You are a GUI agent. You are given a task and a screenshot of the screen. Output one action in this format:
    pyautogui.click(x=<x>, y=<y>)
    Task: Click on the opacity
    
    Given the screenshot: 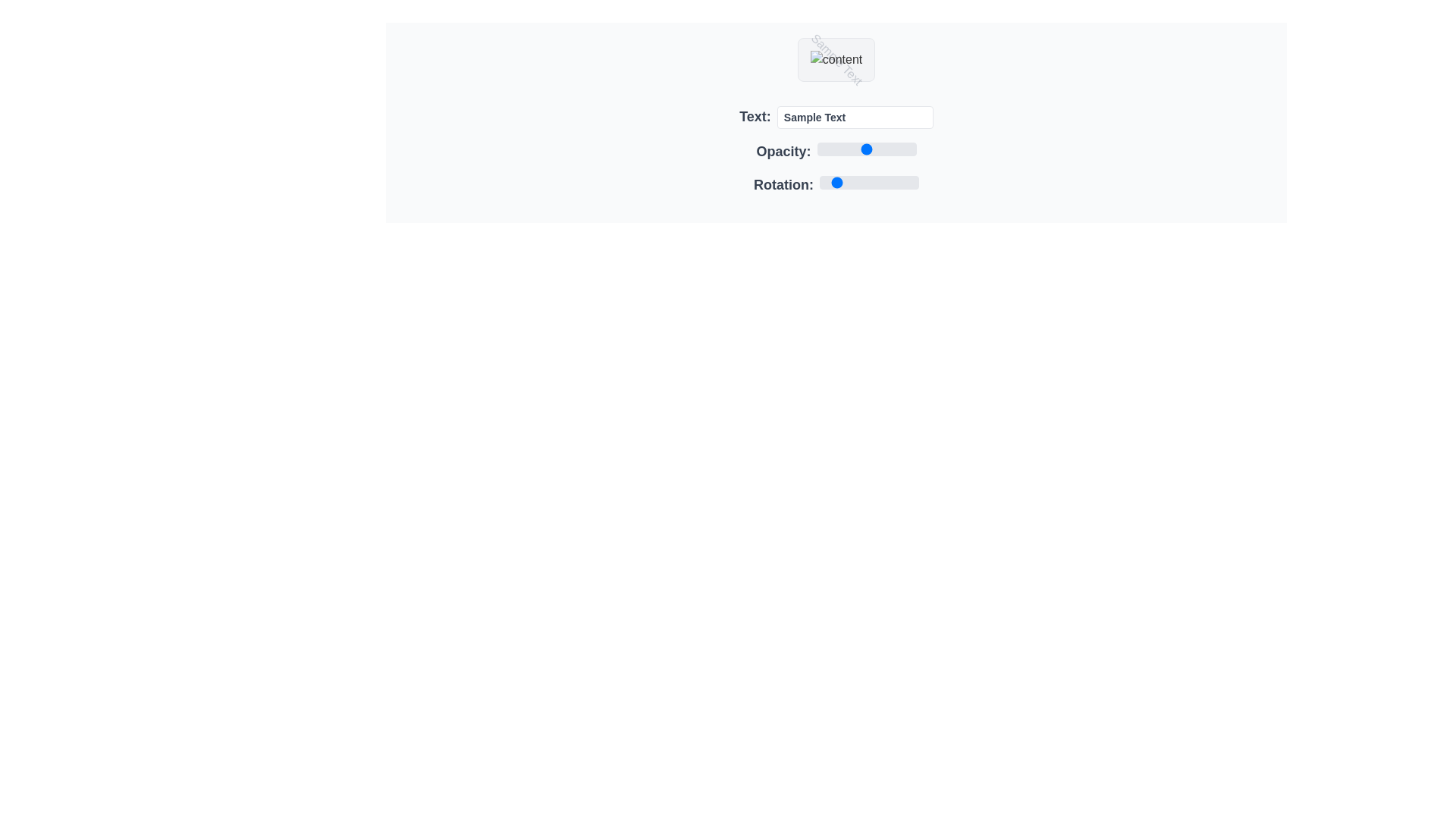 What is the action you would take?
    pyautogui.click(x=816, y=149)
    